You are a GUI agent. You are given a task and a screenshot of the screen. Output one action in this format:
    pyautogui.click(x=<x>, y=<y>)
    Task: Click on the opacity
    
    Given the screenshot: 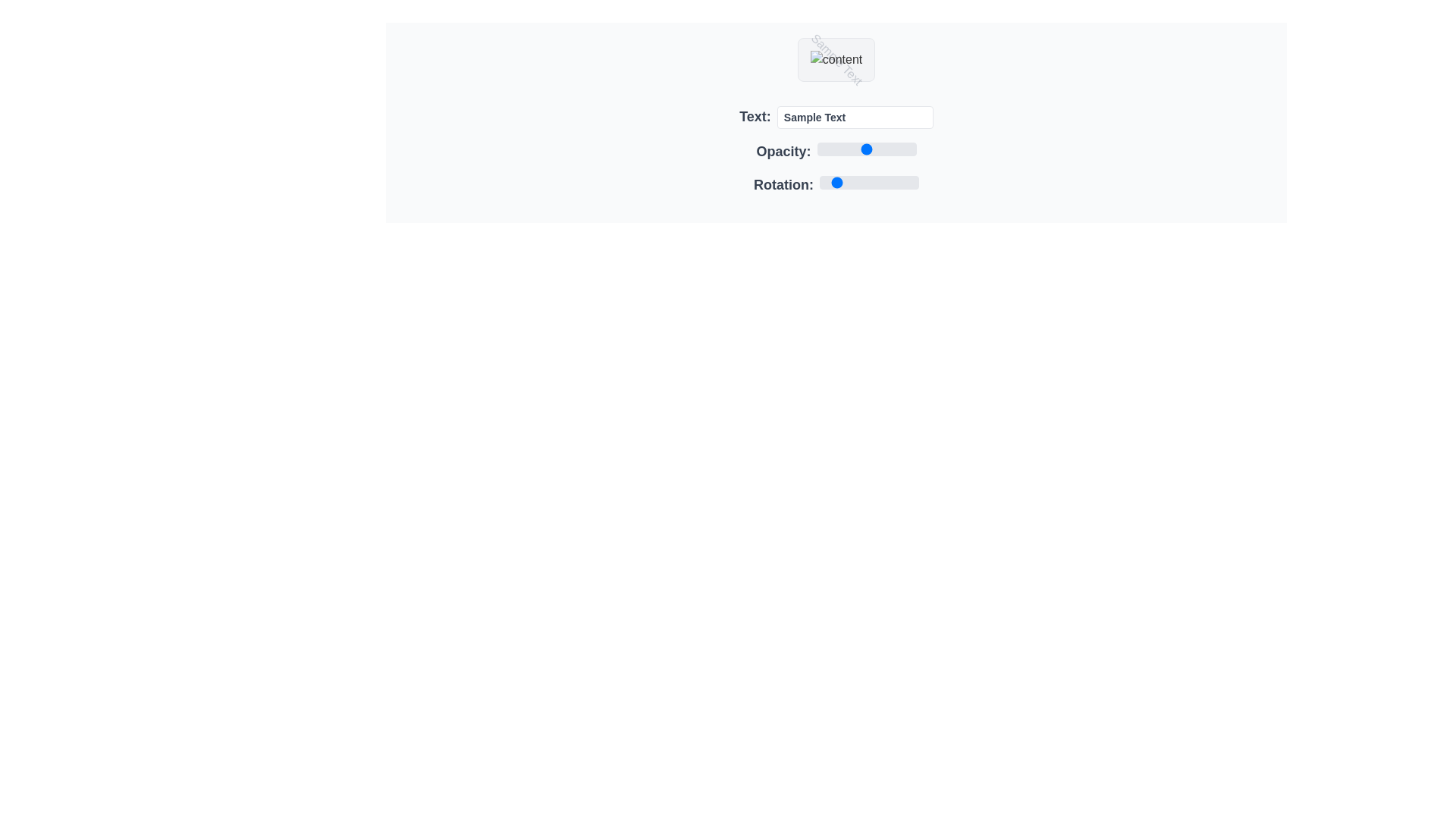 What is the action you would take?
    pyautogui.click(x=816, y=149)
    